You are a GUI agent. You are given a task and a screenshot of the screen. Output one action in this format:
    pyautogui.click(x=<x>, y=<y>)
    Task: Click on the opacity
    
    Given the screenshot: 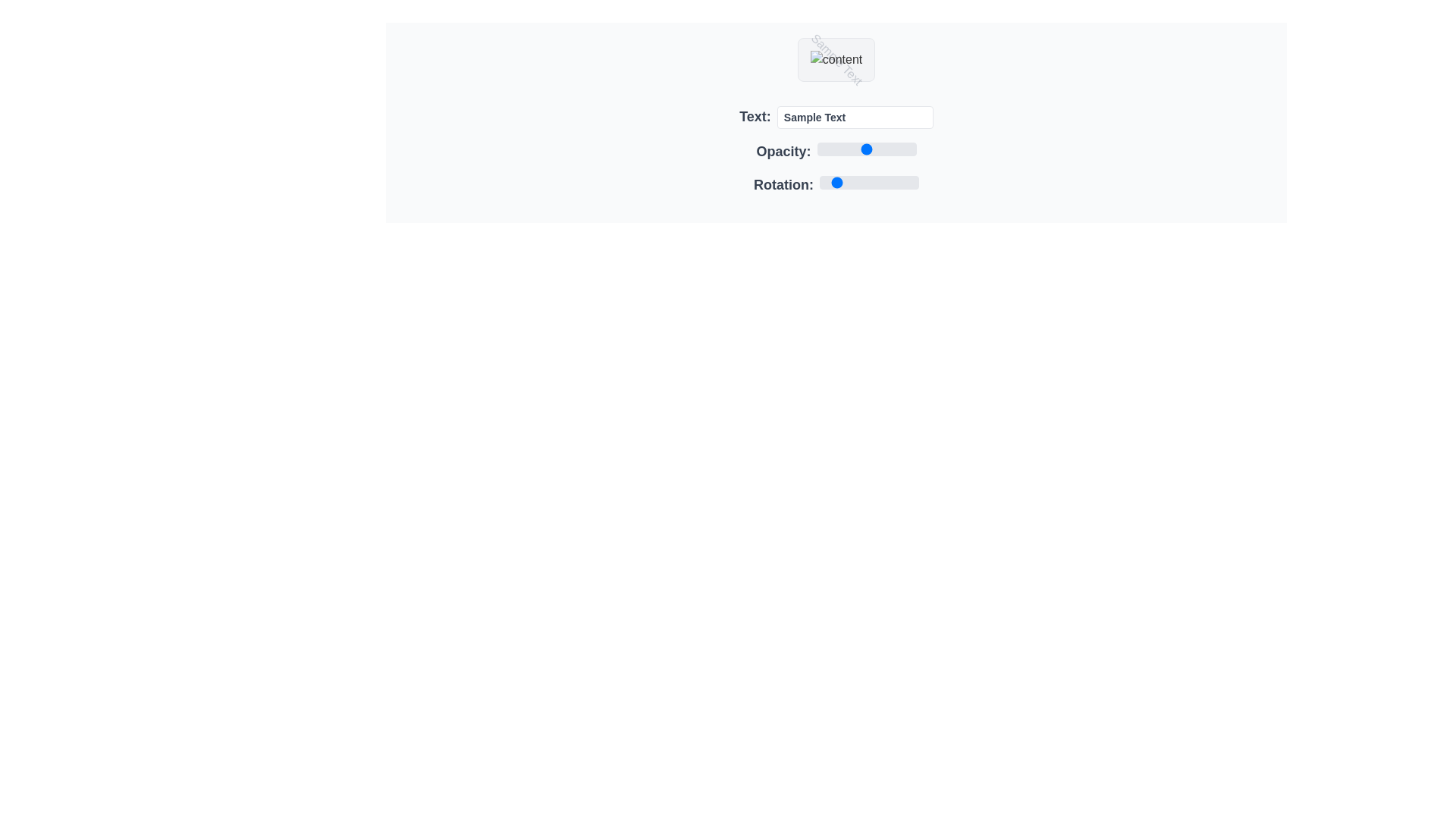 What is the action you would take?
    pyautogui.click(x=816, y=149)
    